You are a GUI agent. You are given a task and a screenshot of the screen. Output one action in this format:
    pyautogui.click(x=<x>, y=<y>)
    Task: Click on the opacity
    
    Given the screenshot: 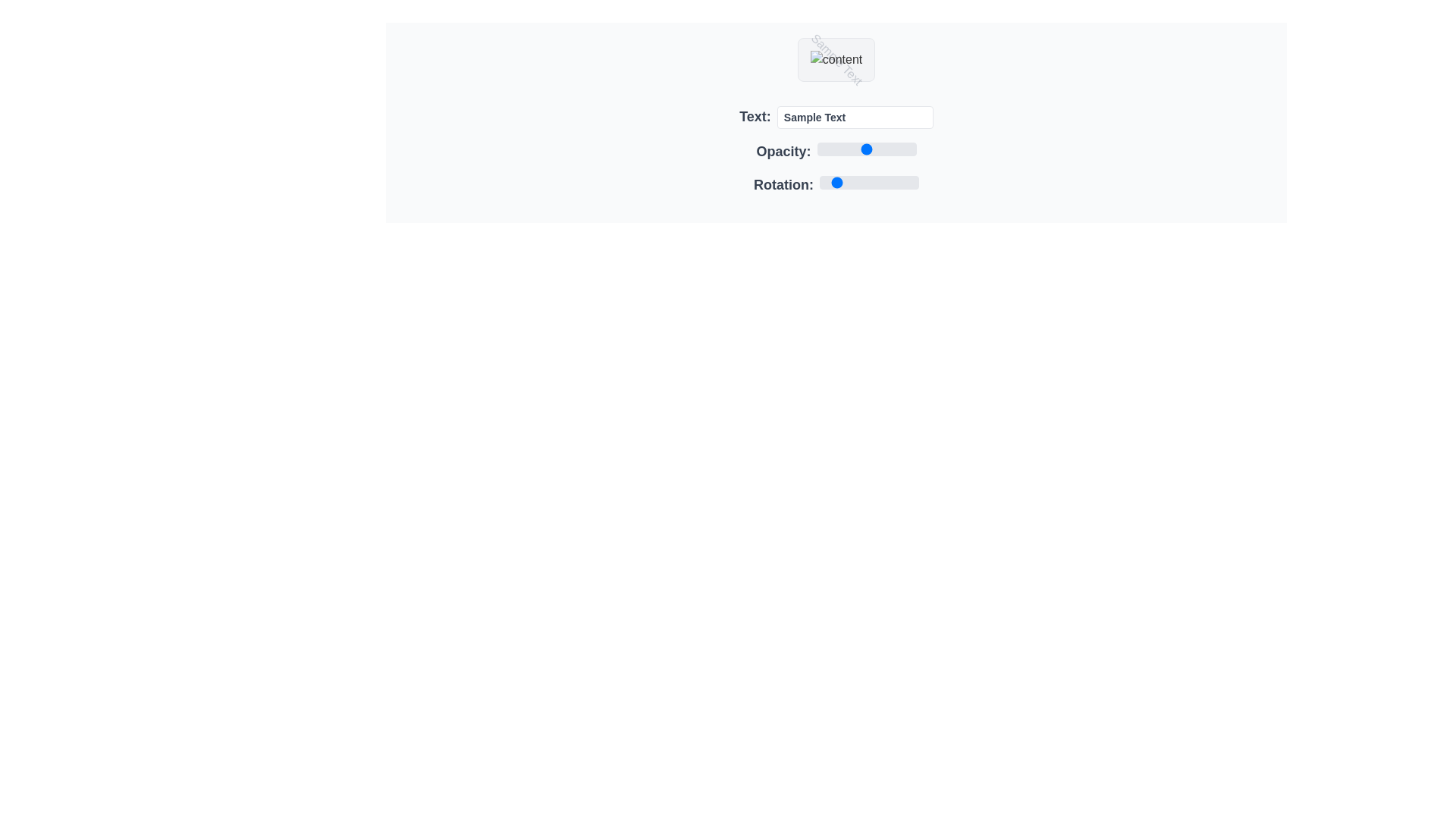 What is the action you would take?
    pyautogui.click(x=816, y=149)
    